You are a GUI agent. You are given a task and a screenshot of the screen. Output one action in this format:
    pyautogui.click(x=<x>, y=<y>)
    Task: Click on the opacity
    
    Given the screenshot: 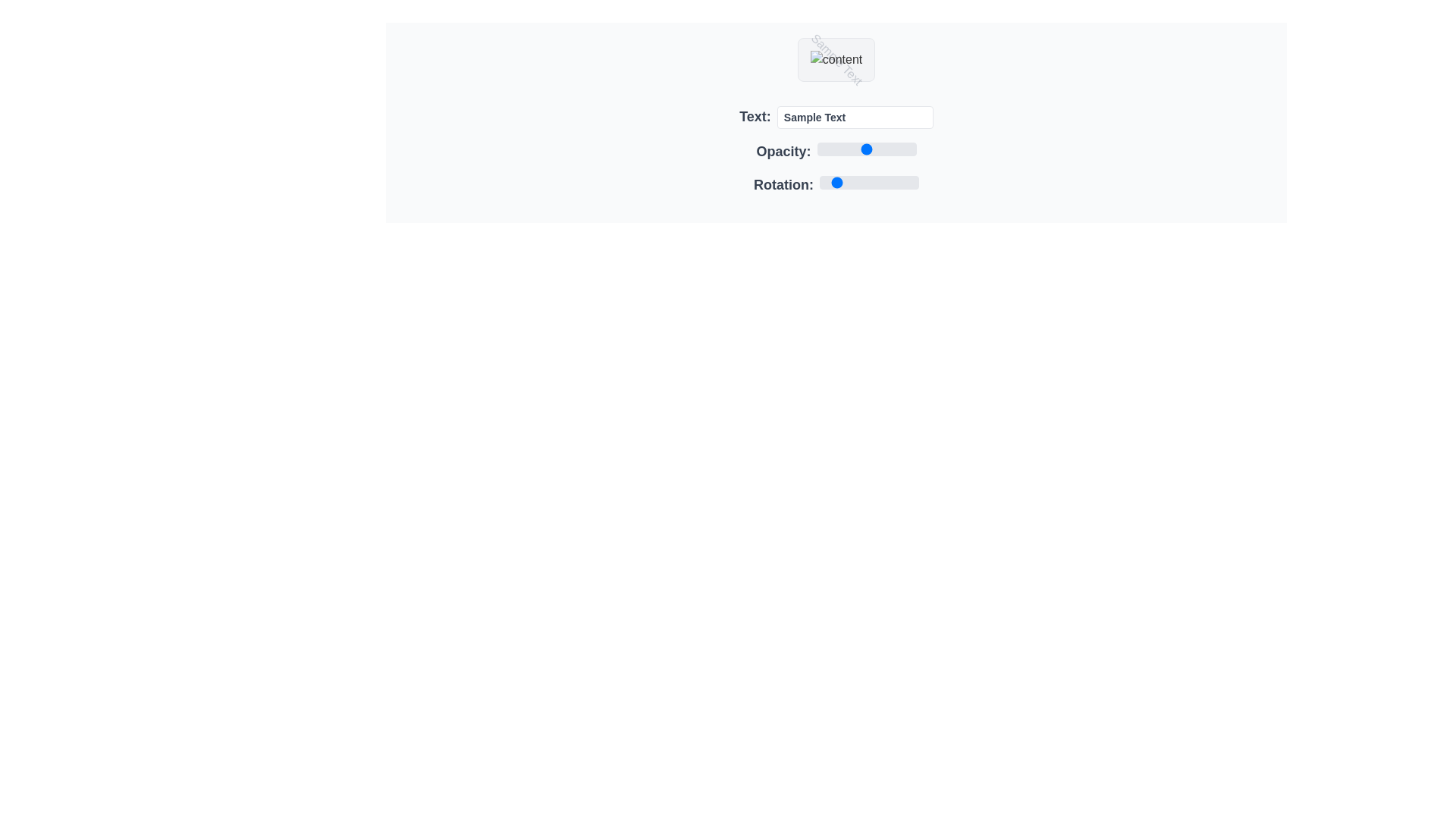 What is the action you would take?
    pyautogui.click(x=816, y=149)
    